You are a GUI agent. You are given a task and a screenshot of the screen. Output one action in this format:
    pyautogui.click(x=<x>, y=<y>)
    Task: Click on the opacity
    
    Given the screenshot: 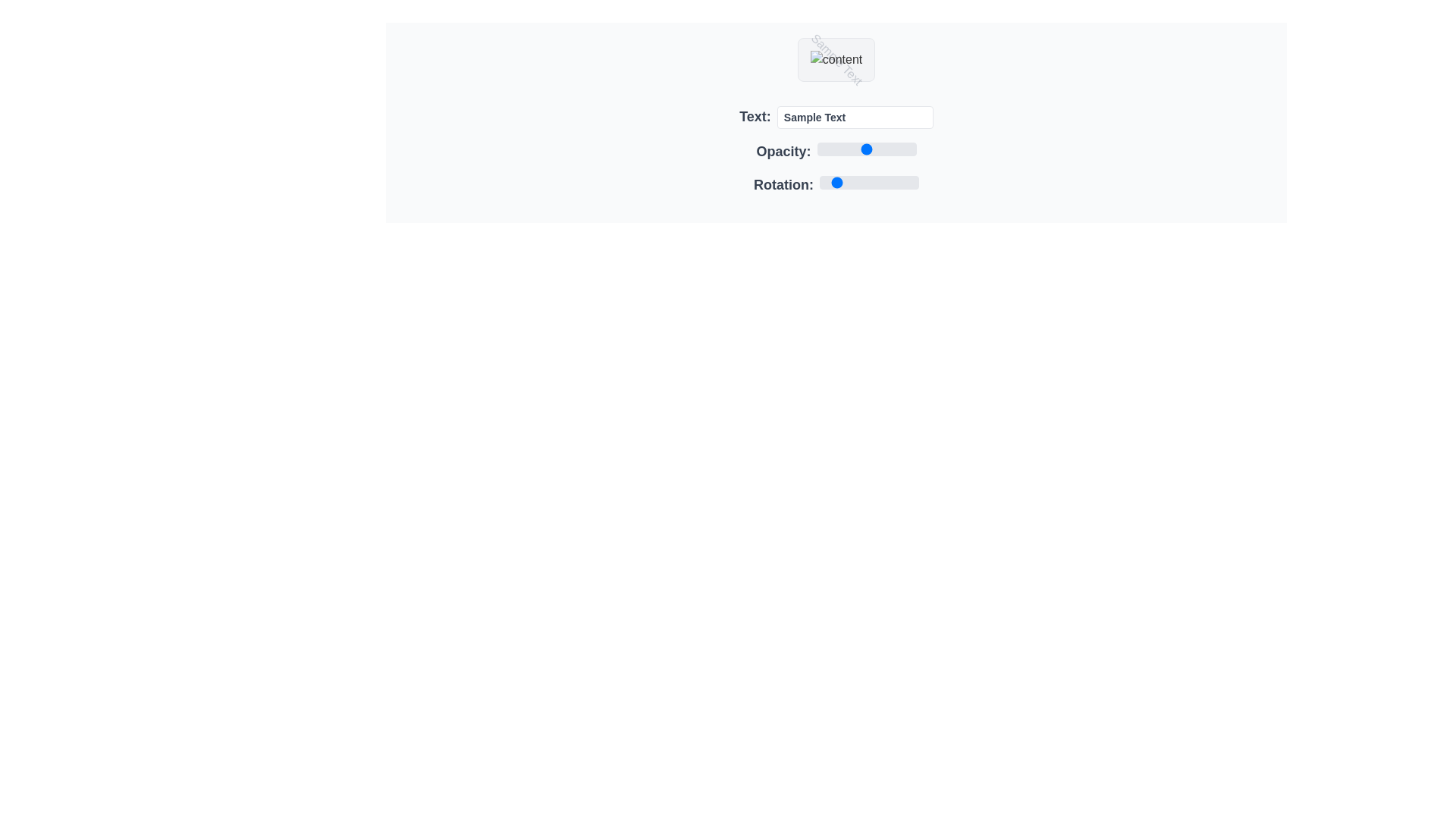 What is the action you would take?
    pyautogui.click(x=816, y=149)
    